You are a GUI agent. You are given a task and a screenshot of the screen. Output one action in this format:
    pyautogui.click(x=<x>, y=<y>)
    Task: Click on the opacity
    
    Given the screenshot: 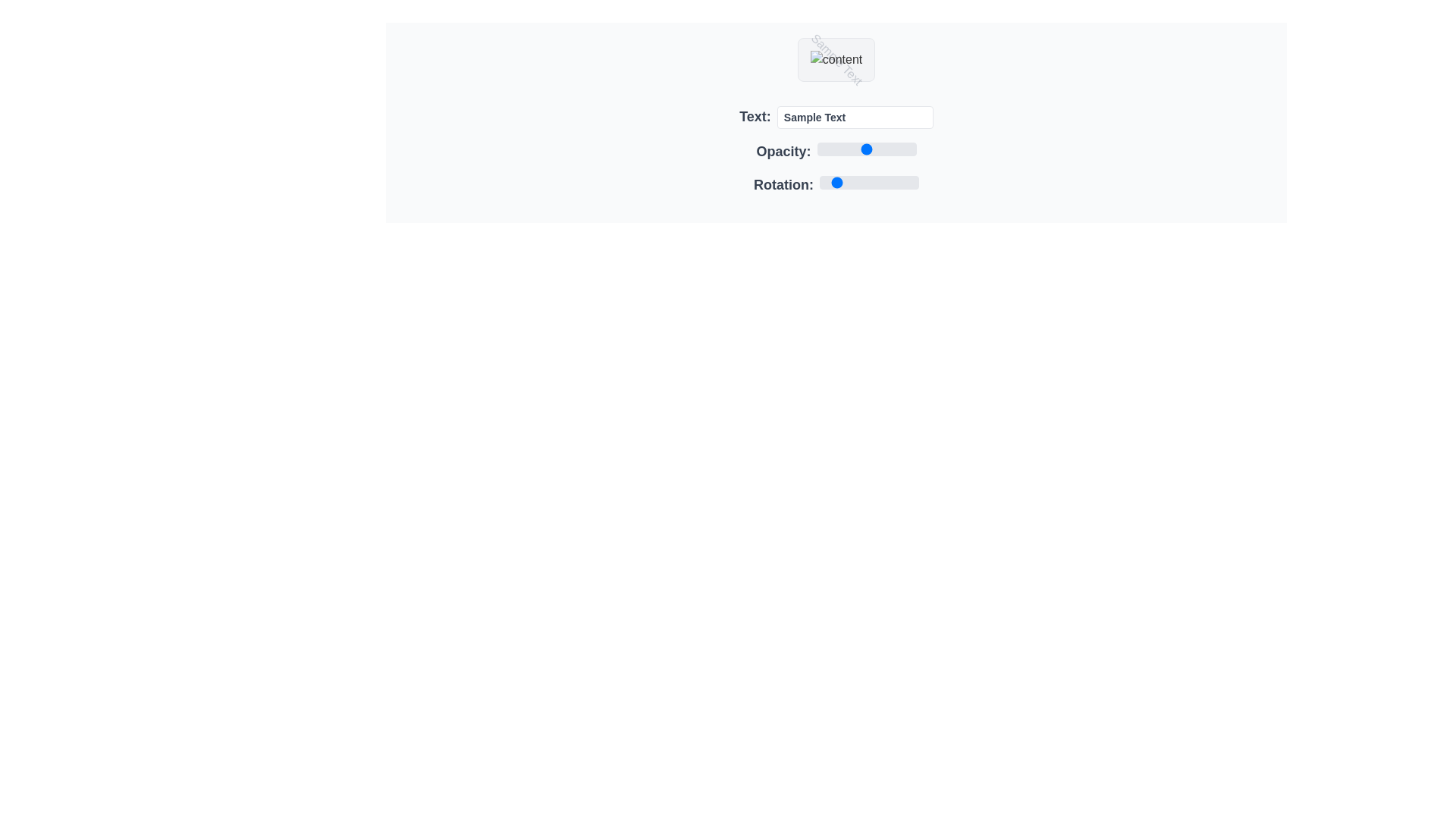 What is the action you would take?
    pyautogui.click(x=816, y=149)
    